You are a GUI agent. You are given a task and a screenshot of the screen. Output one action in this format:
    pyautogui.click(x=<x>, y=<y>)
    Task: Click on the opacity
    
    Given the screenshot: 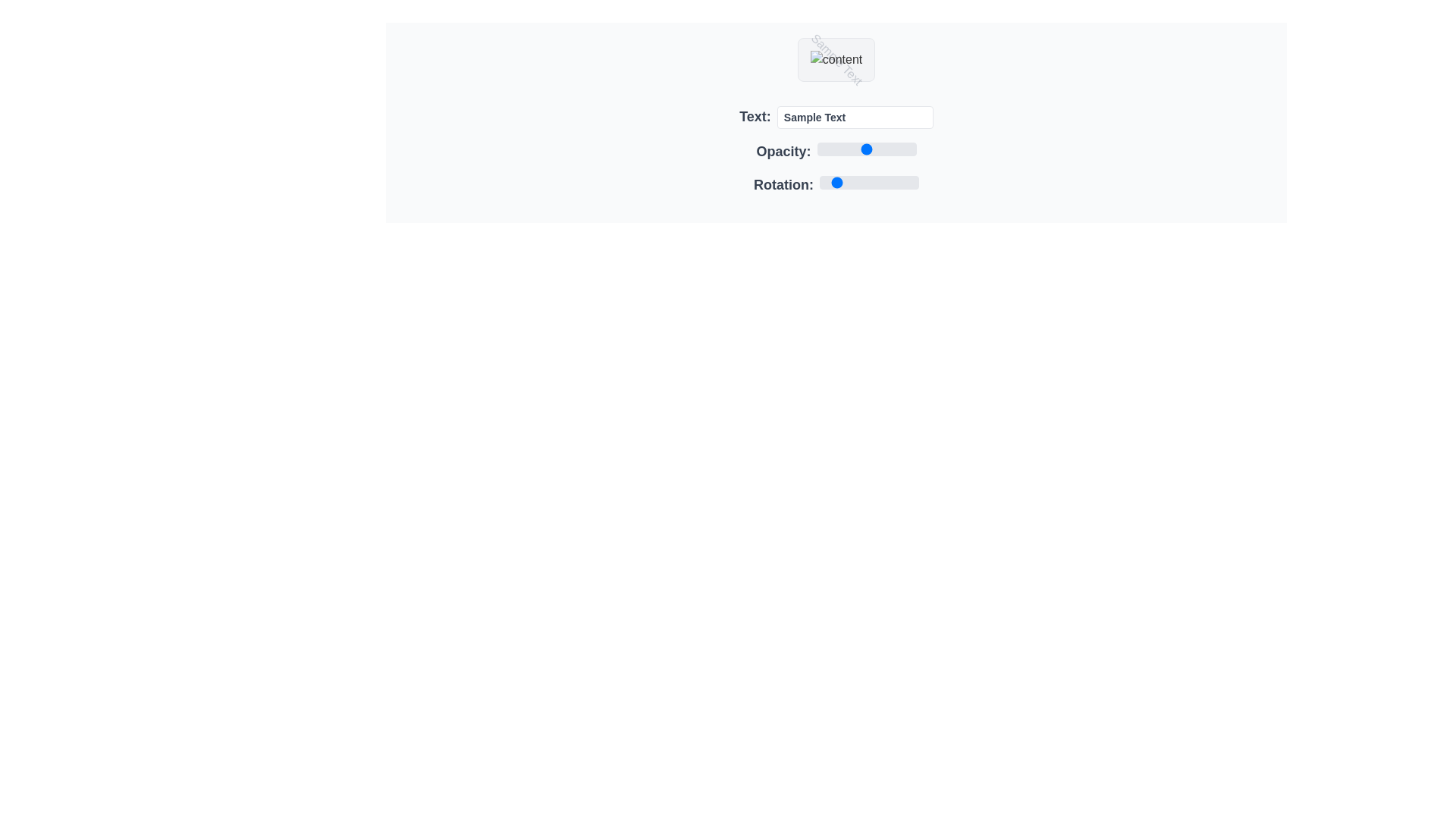 What is the action you would take?
    pyautogui.click(x=816, y=149)
    